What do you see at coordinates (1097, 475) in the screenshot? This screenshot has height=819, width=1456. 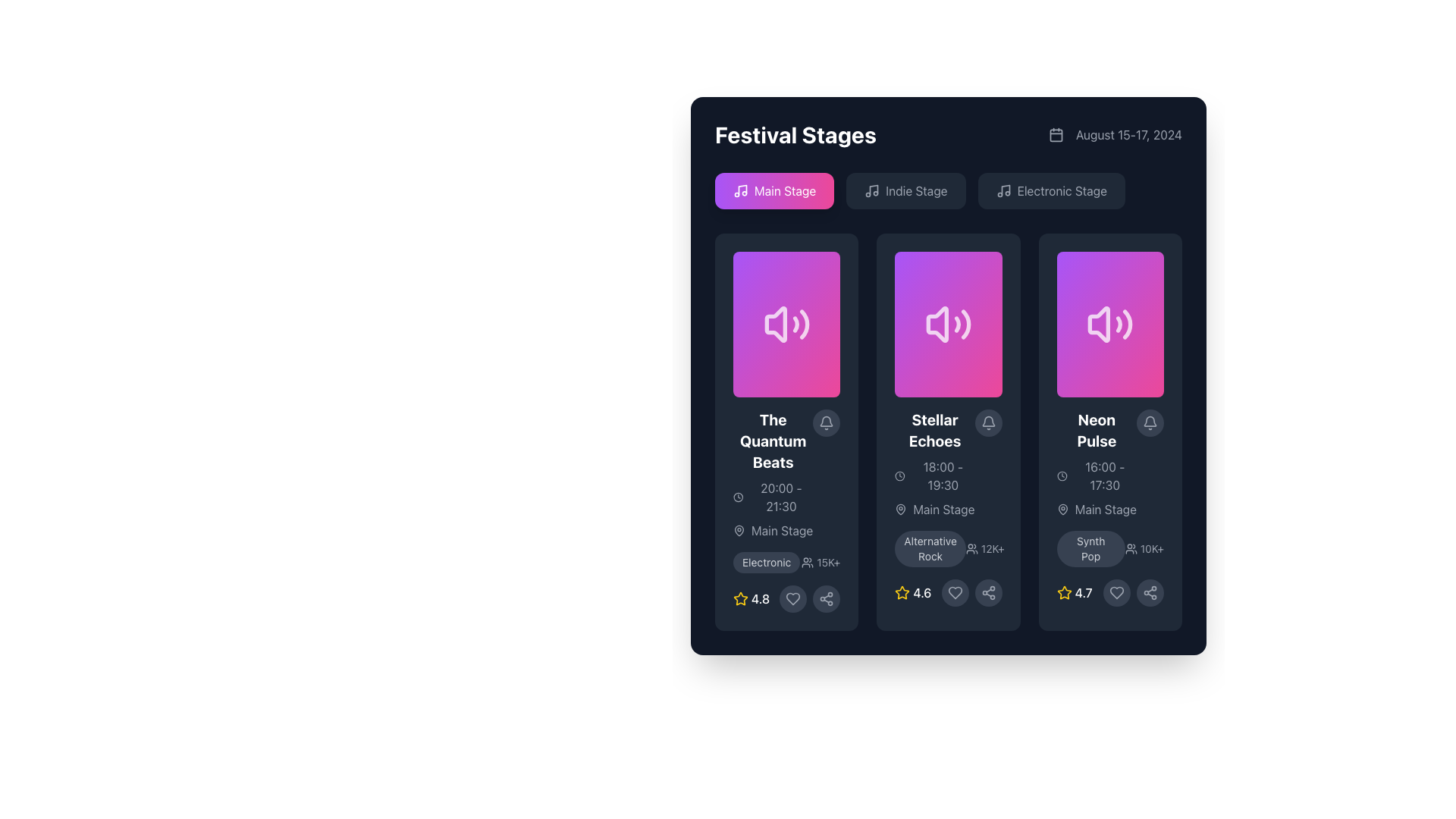 I see `the text indicating the time duration for the 'Neon Pulse' event, which is positioned below the event's title and above the stage location detail` at bounding box center [1097, 475].